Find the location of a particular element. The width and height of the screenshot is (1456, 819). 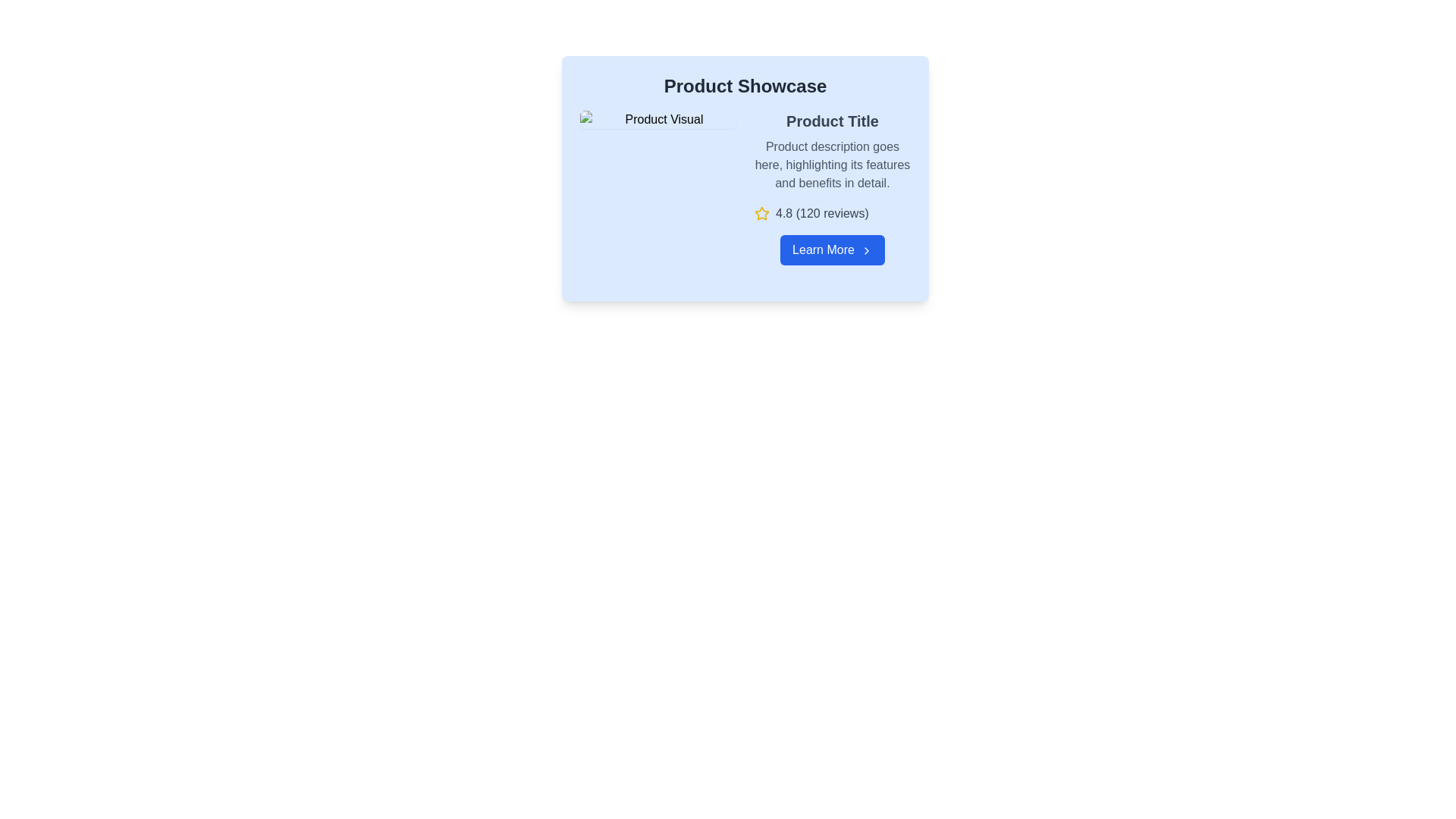

the static text or header at the top of the product showcase card, which is horizontally centered and has a light blue background is located at coordinates (745, 86).